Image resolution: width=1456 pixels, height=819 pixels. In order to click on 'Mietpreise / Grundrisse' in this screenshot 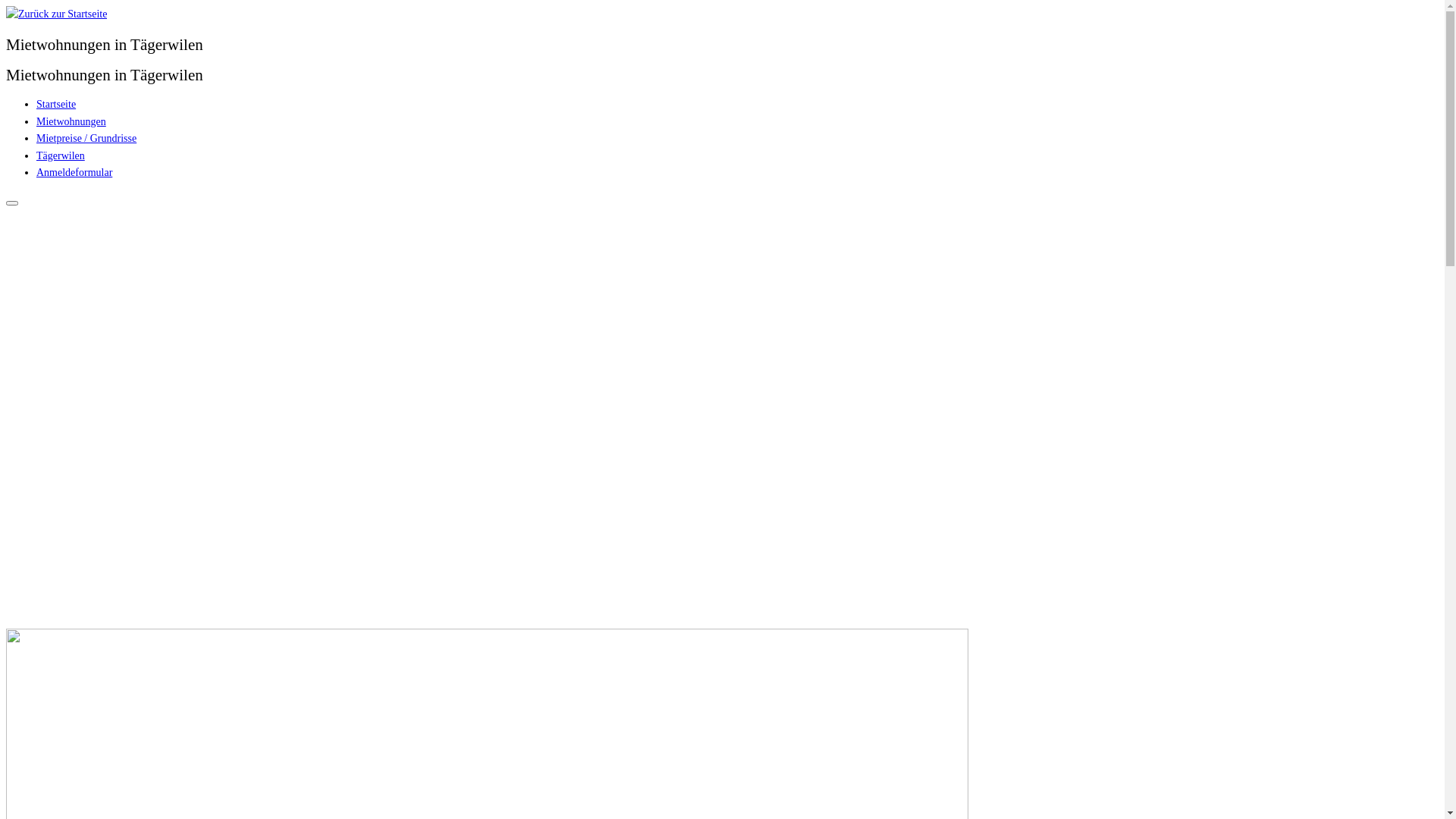, I will do `click(36, 138)`.